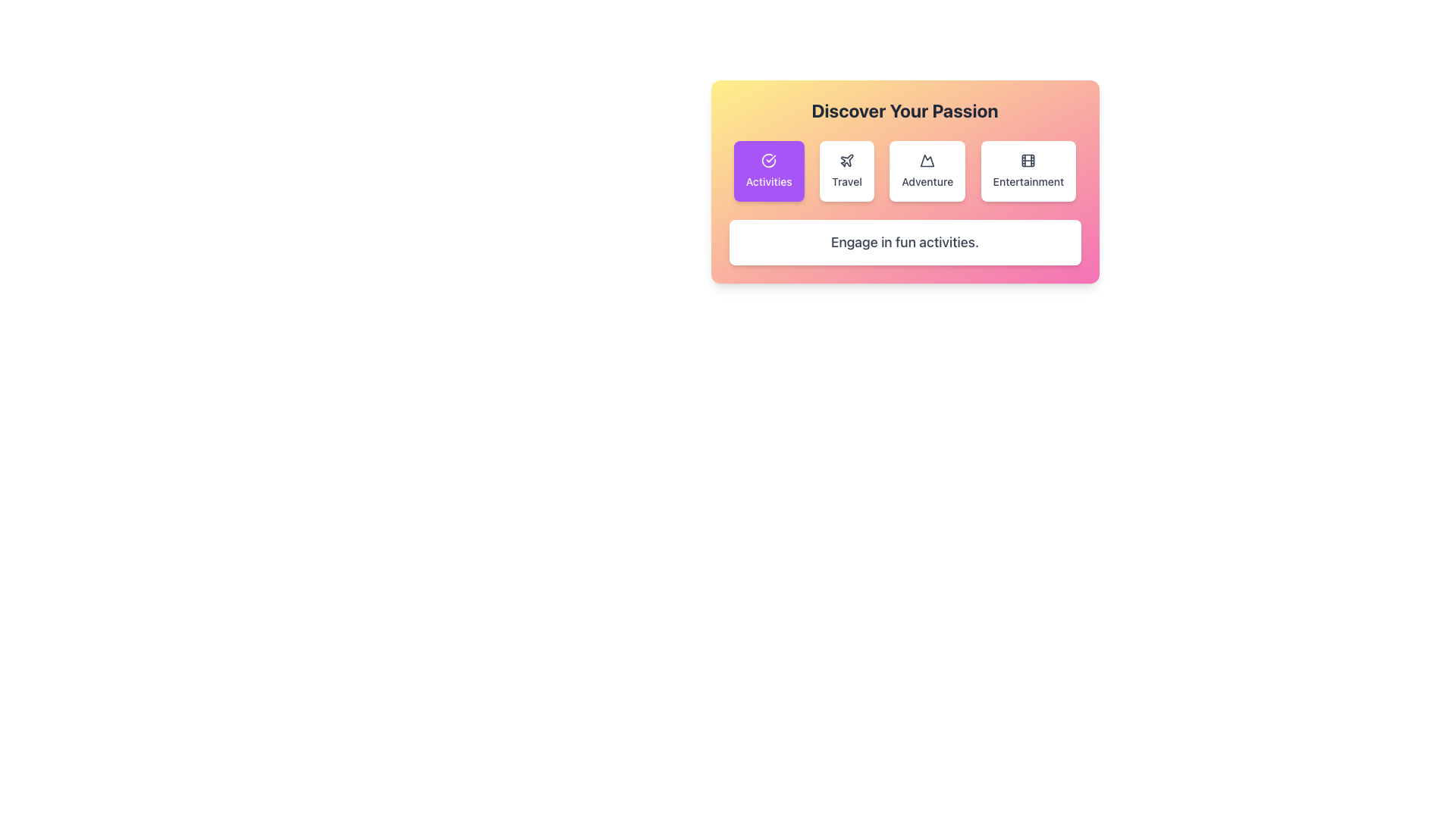  What do you see at coordinates (927, 161) in the screenshot?
I see `the mountain icon located within the 'Adventure' button, which is styled as a 20x20 pixel graphic and has a minimalistic design` at bounding box center [927, 161].